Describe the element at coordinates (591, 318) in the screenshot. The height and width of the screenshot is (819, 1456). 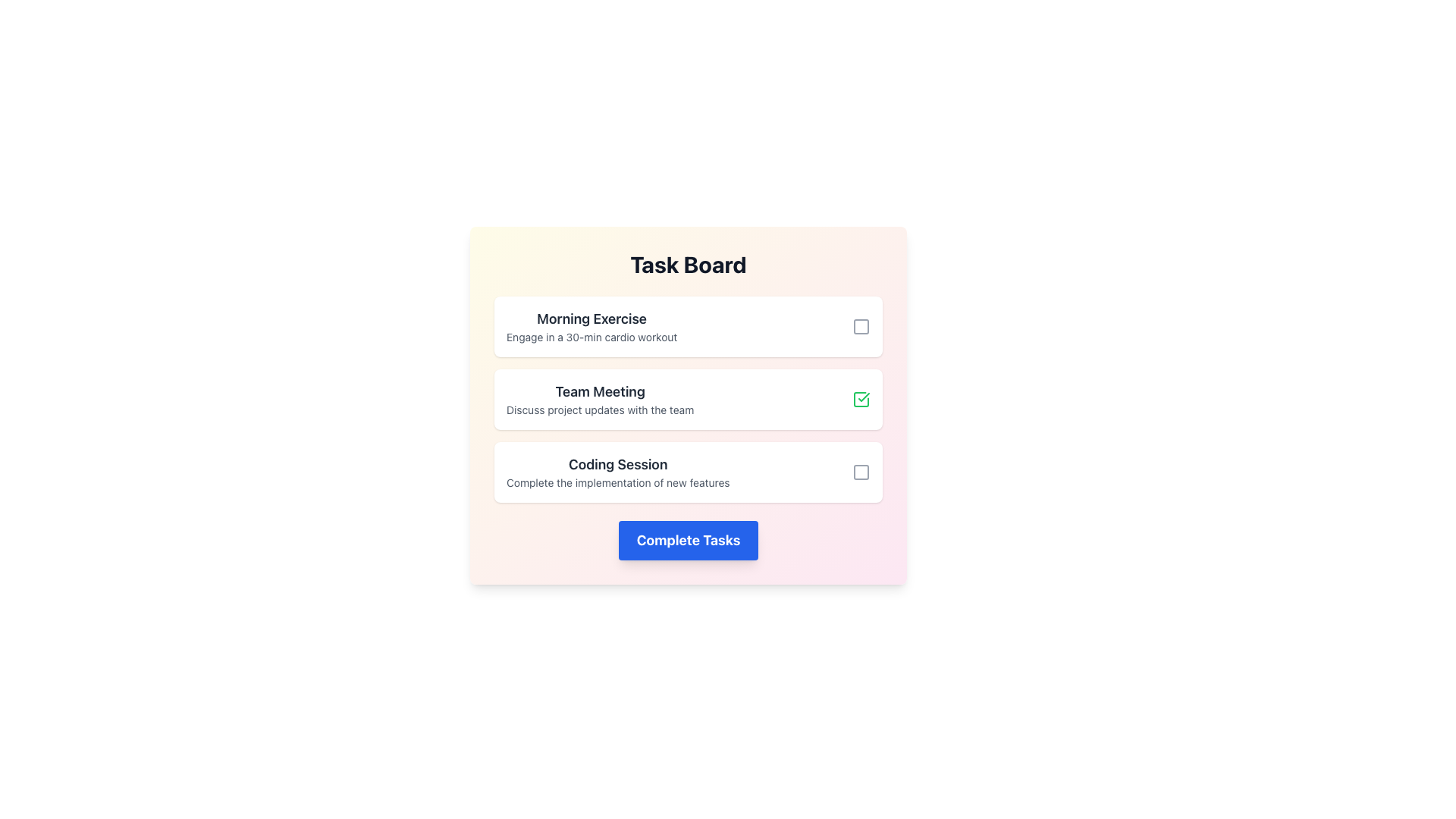
I see `the text label that serves as the title for the task, positioned above the subtitle 'Engage in a 30-min cardio workout' and to the left of the checkbox in the first task section under the 'Task Board'` at that location.